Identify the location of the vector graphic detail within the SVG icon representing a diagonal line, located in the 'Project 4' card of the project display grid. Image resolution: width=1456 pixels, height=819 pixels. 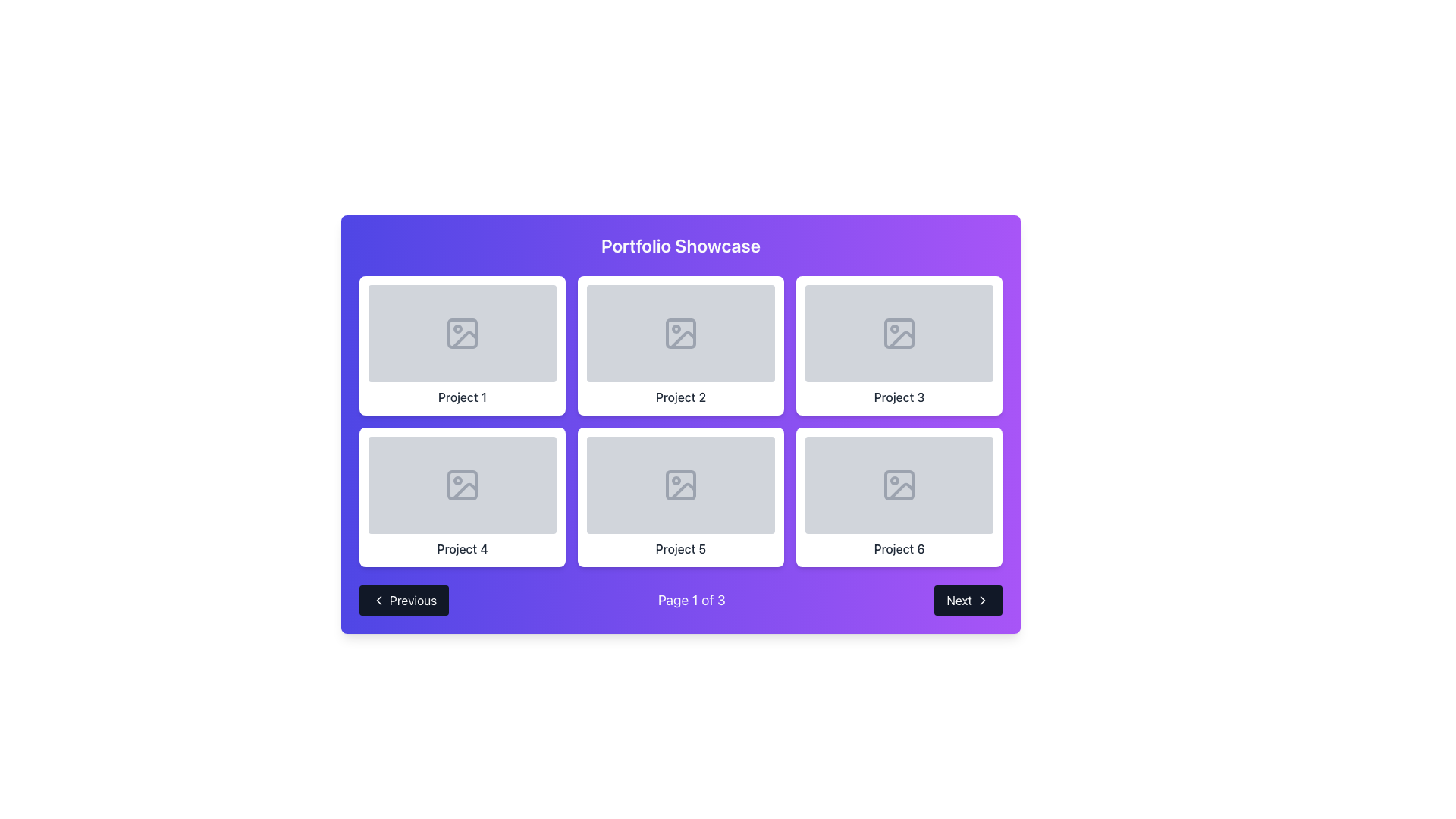
(464, 491).